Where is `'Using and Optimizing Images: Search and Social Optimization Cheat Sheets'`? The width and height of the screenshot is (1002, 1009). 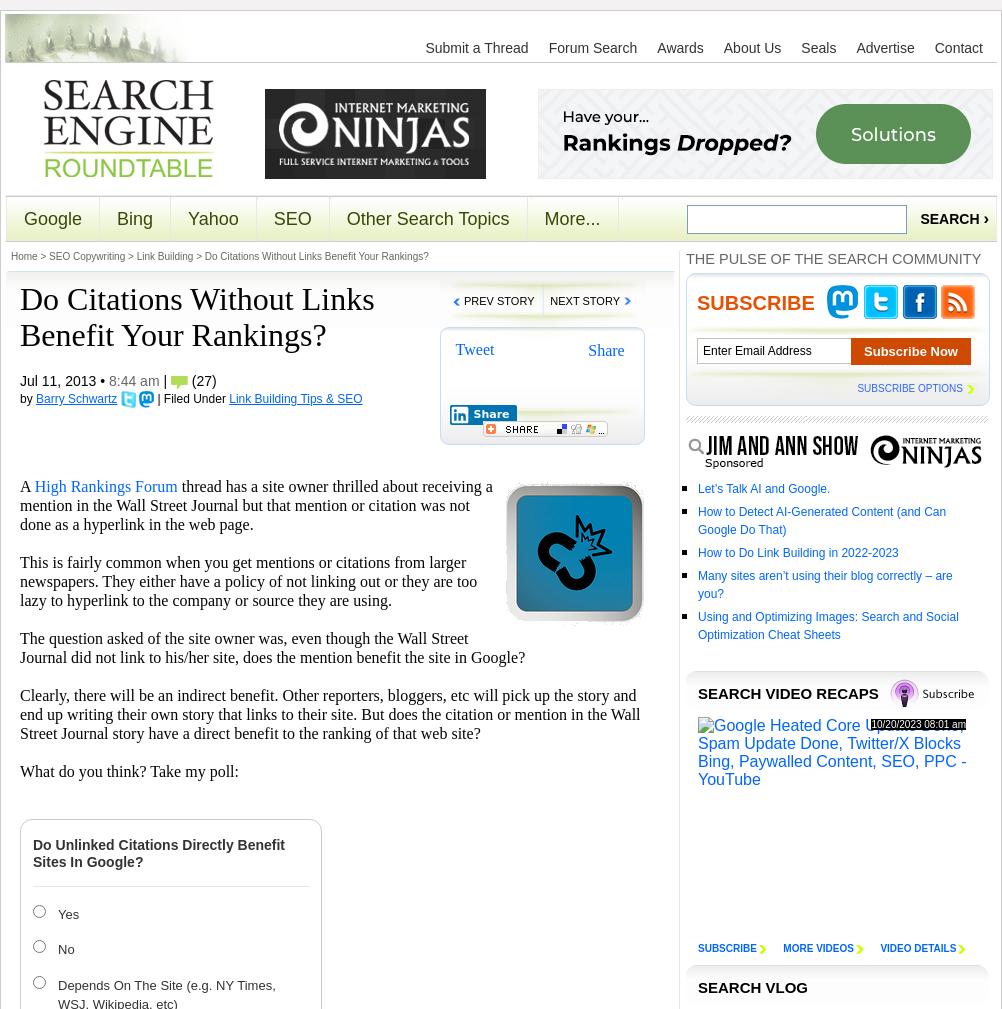
'Using and Optimizing Images: Search and Social Optimization Cheat Sheets' is located at coordinates (826, 625).